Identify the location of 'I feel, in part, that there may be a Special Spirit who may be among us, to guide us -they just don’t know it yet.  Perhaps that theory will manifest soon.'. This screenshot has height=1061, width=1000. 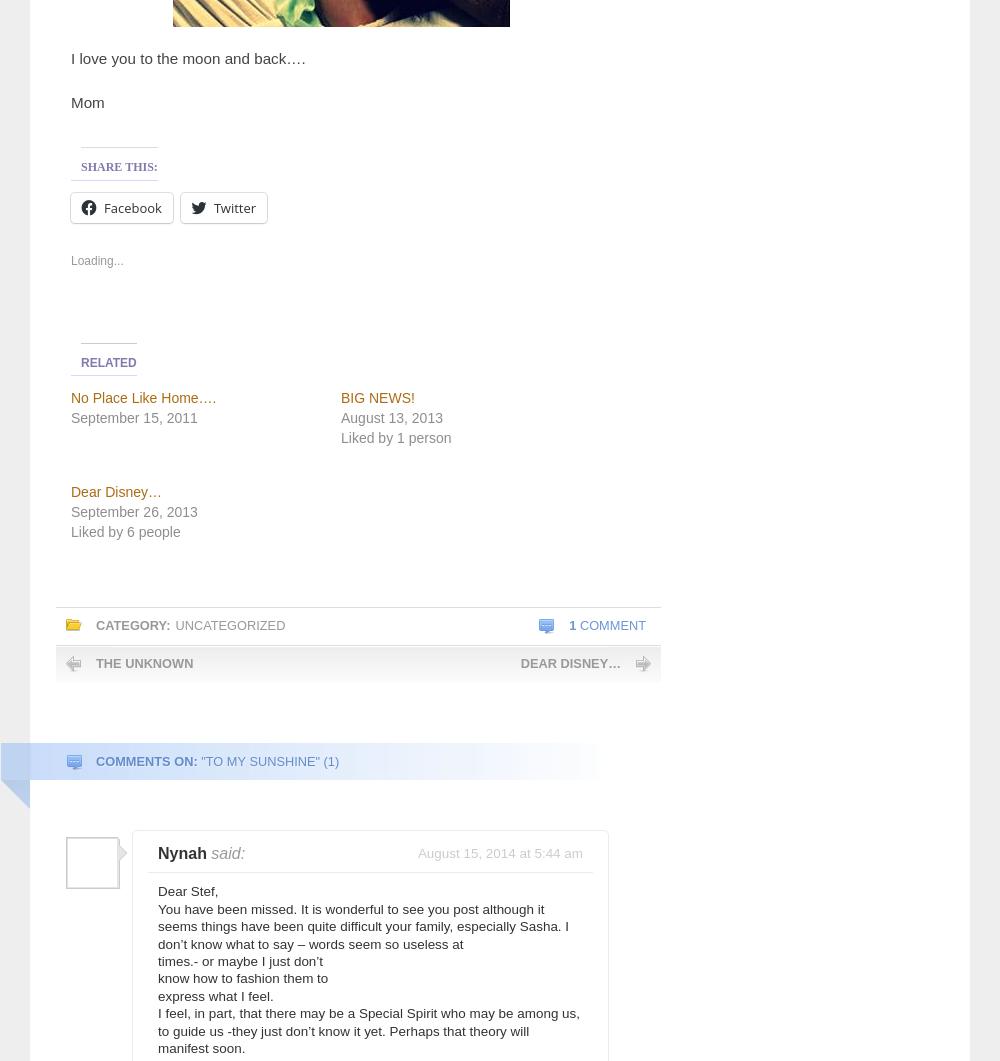
(368, 1029).